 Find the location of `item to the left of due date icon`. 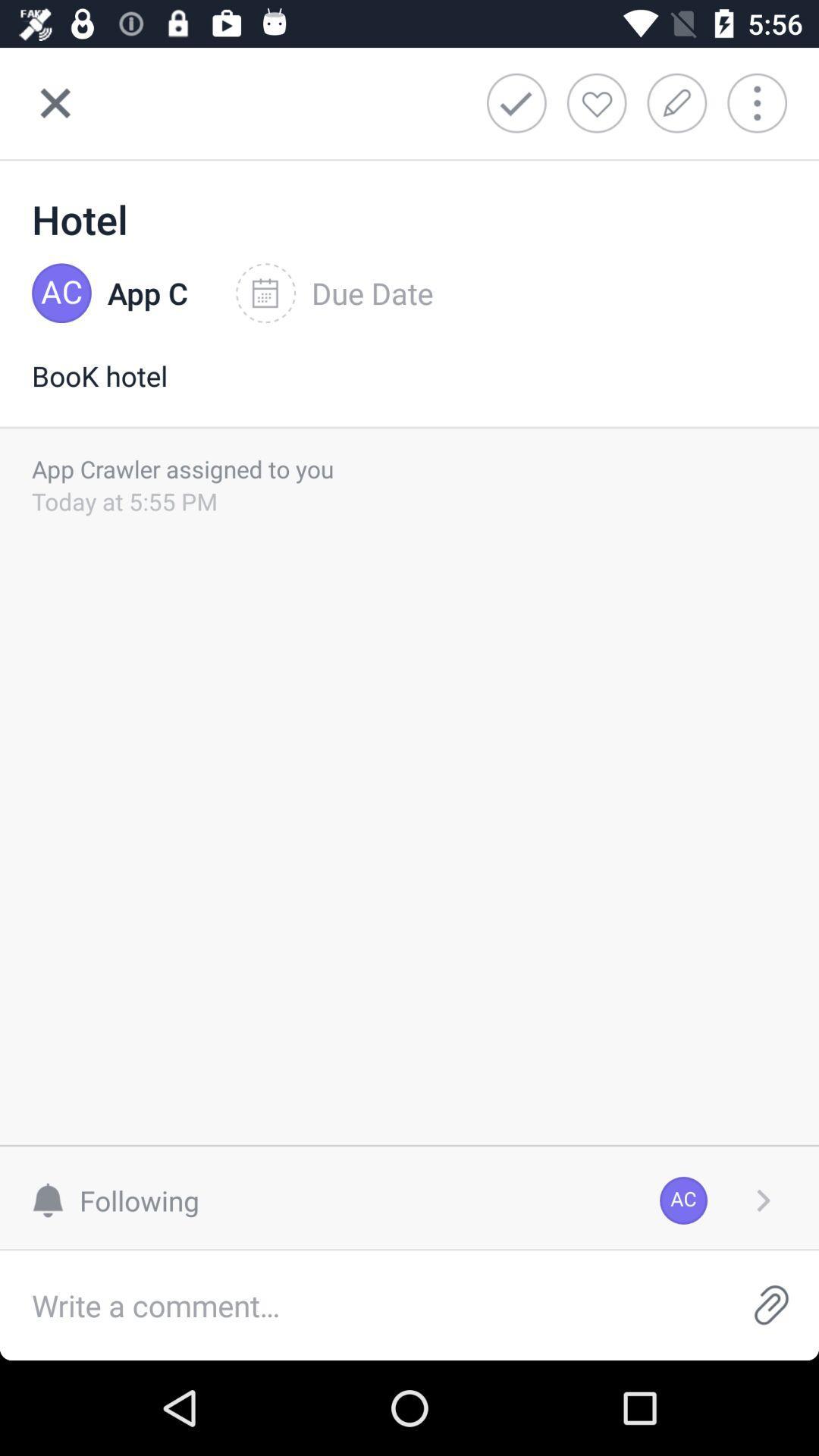

item to the left of due date icon is located at coordinates (148, 293).